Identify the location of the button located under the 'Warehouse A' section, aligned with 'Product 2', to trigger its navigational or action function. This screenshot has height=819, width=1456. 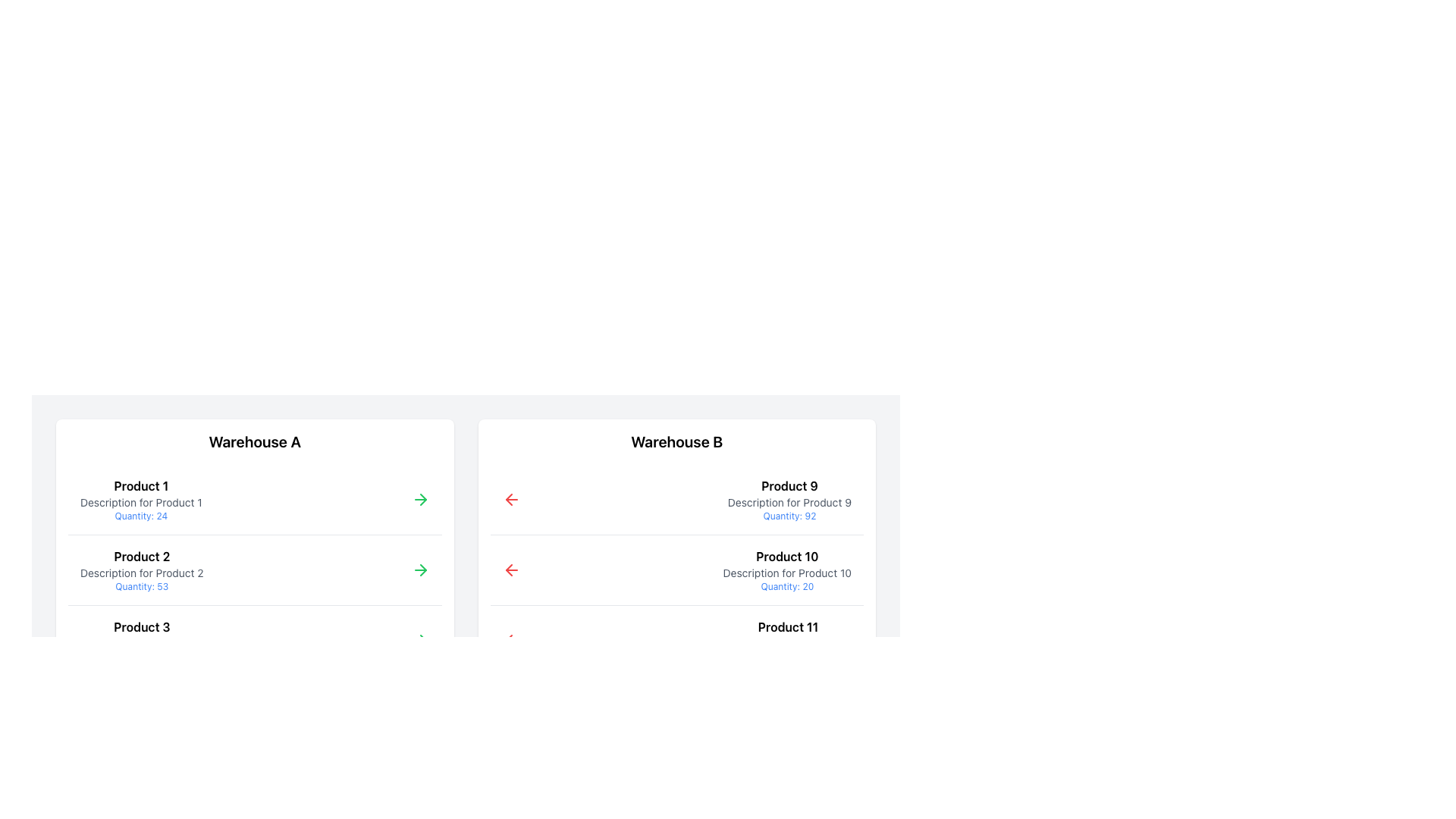
(422, 781).